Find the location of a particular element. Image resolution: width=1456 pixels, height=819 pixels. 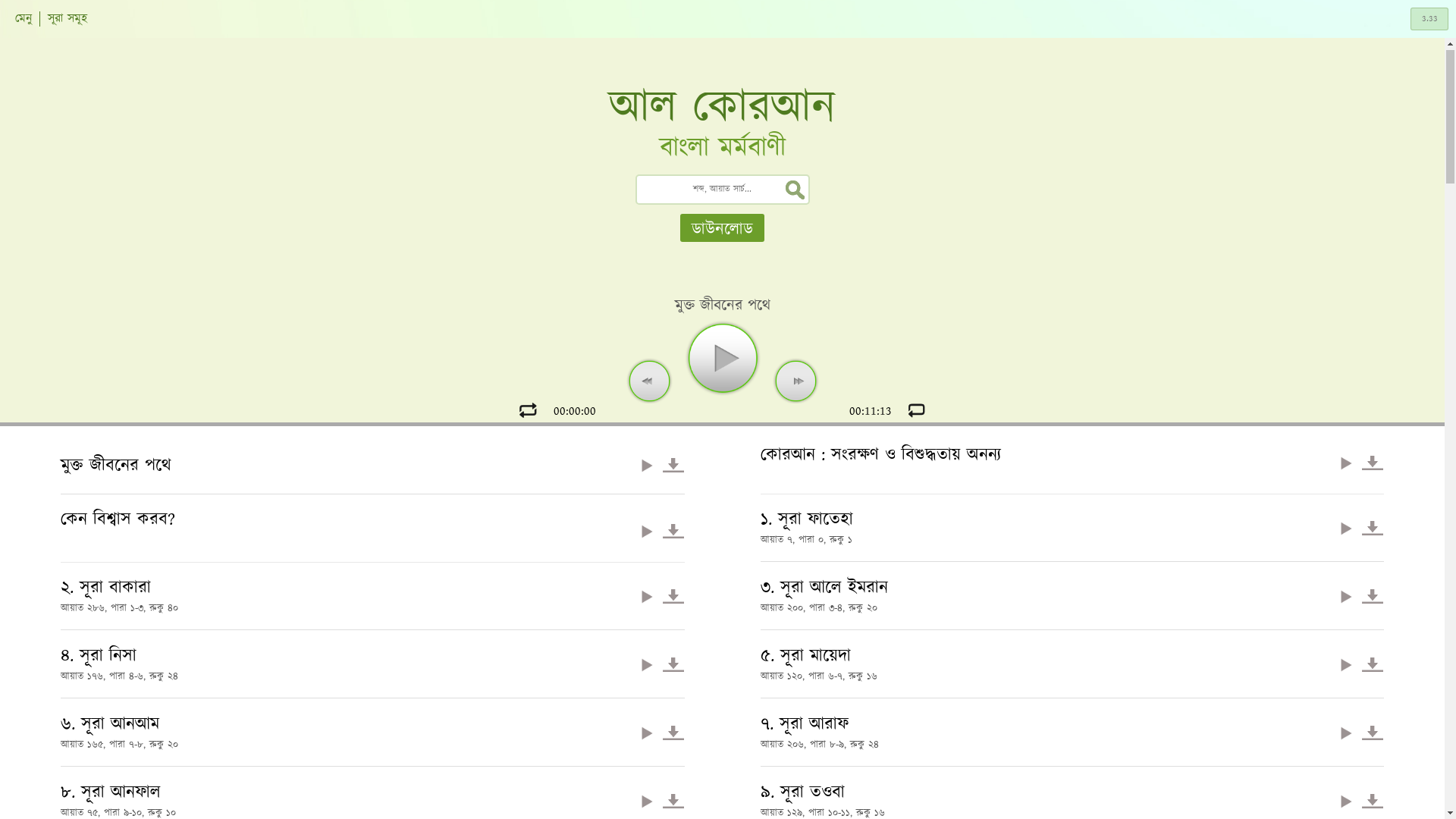

'previous surah' is located at coordinates (648, 379).